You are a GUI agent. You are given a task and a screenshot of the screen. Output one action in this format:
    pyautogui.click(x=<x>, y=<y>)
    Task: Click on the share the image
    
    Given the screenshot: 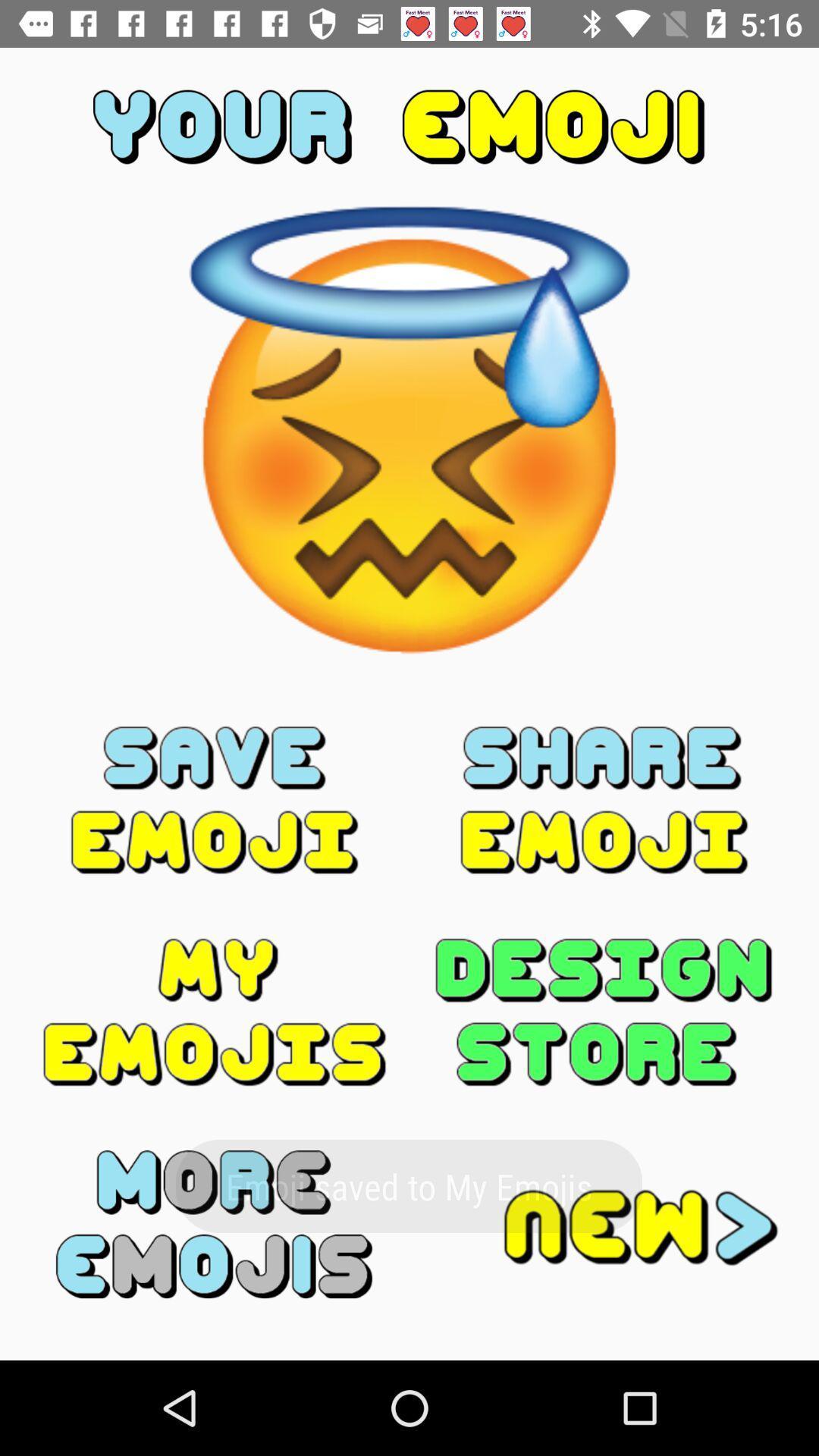 What is the action you would take?
    pyautogui.click(x=603, y=799)
    